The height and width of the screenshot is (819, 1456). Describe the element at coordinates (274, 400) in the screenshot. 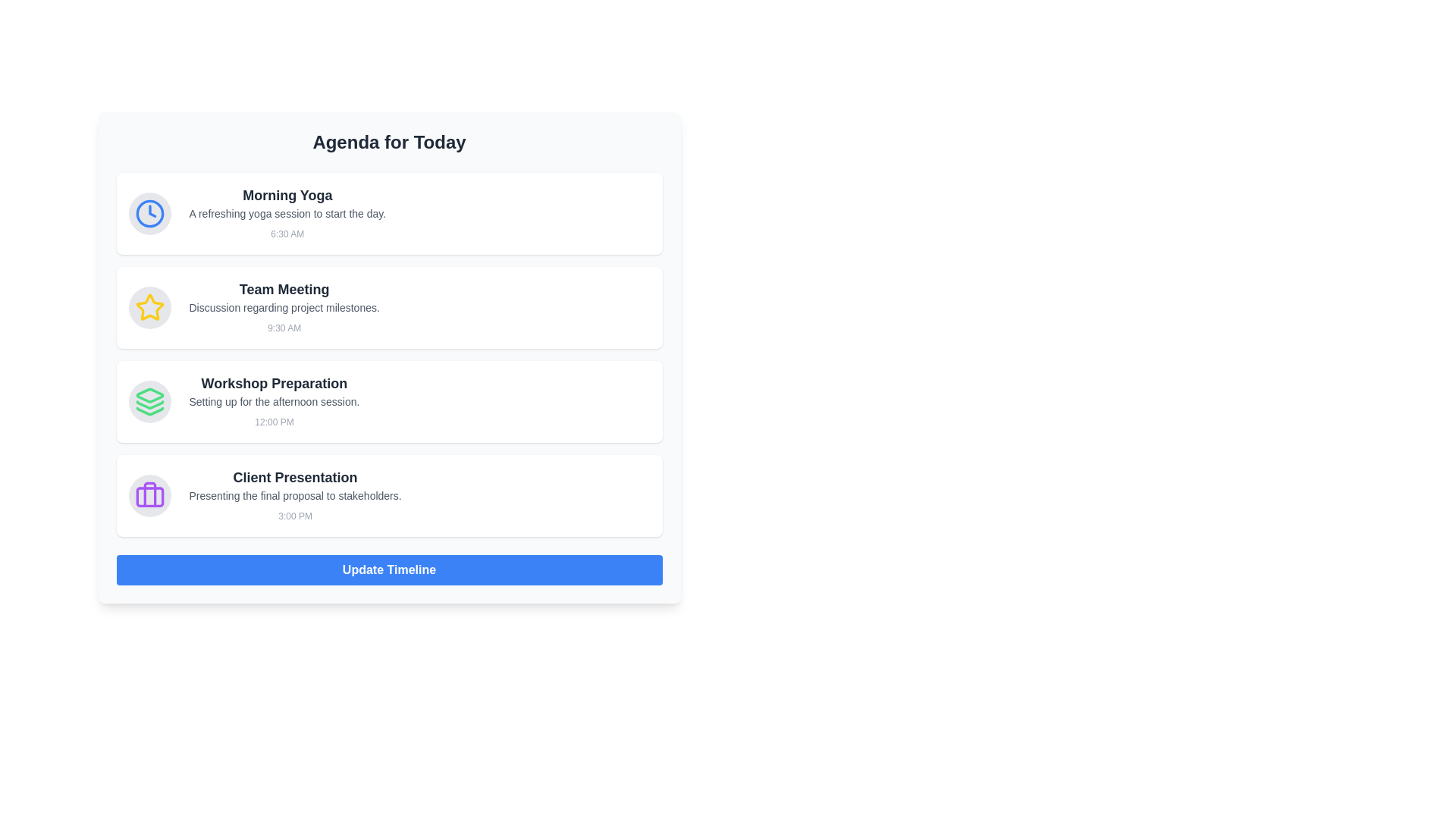

I see `the text block titled 'Workshop Preparation', which contains the subtitle 'Setting up for the afternoon session.' and the timestamp '12:00 PM'. This element is the third item in a vertical list of agenda items, positioned between 'Team Meeting' and 'Client Presentation'` at that location.